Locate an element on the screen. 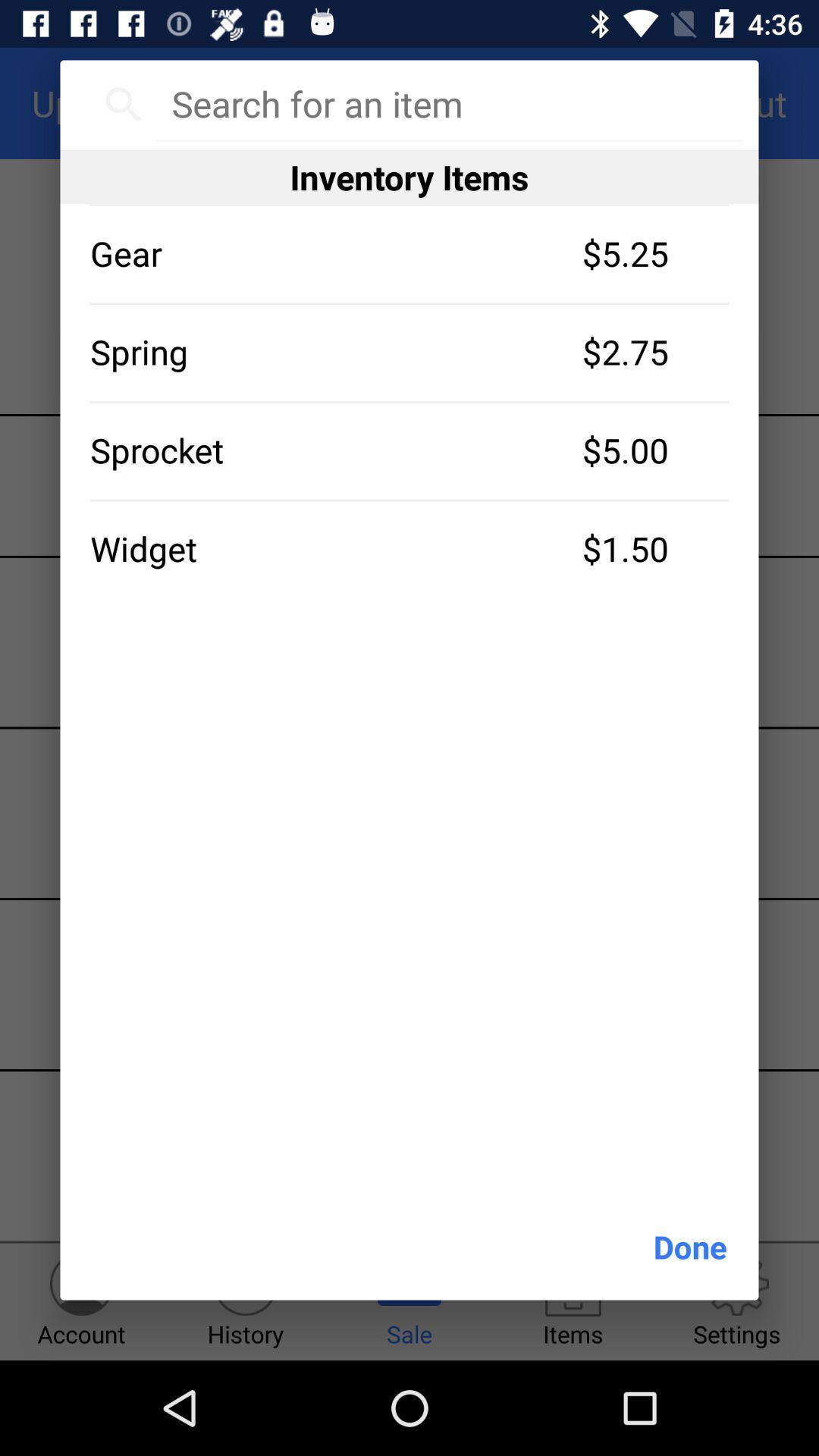 Image resolution: width=819 pixels, height=1456 pixels. done at the bottom right corner is located at coordinates (690, 1247).